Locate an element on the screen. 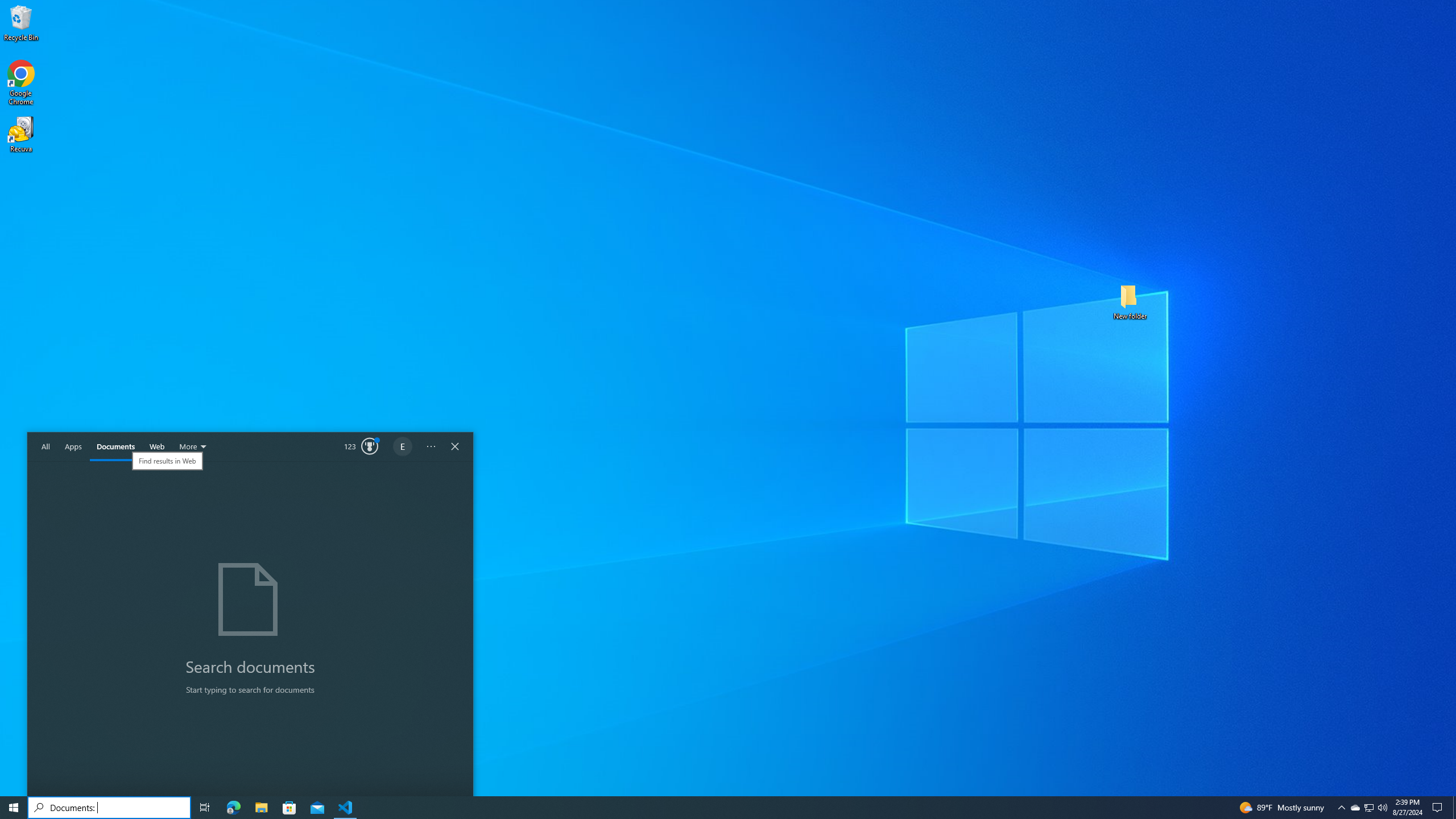 The image size is (1456, 819). 'Q2790: 100%' is located at coordinates (1381, 806).